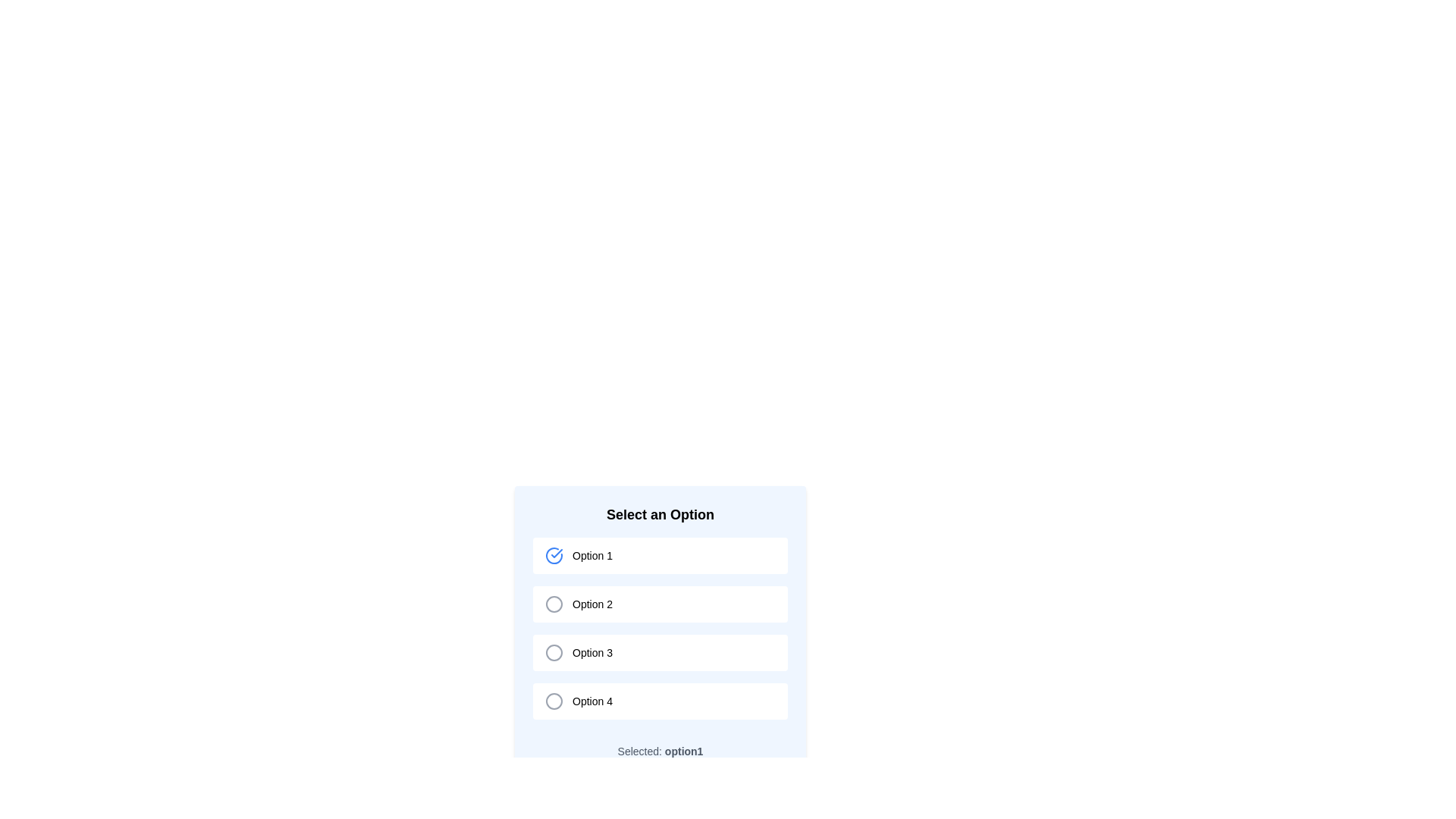  Describe the element at coordinates (591, 701) in the screenshot. I see `the label that visually represents 'Option 4' in the fourth row of the vertically aligned list of options` at that location.